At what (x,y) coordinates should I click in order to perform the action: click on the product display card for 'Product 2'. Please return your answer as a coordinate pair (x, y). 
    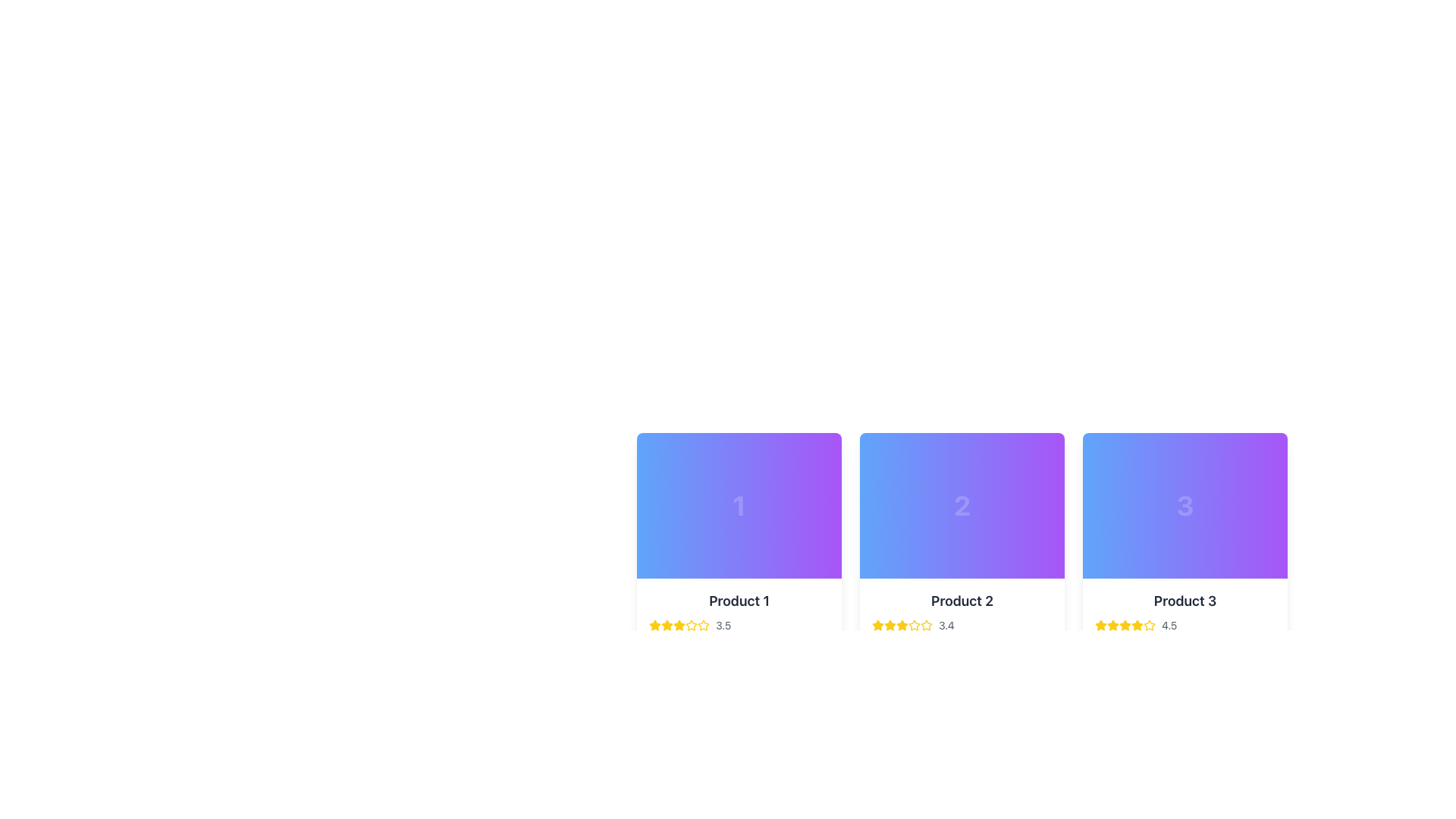
    Looking at the image, I should click on (961, 513).